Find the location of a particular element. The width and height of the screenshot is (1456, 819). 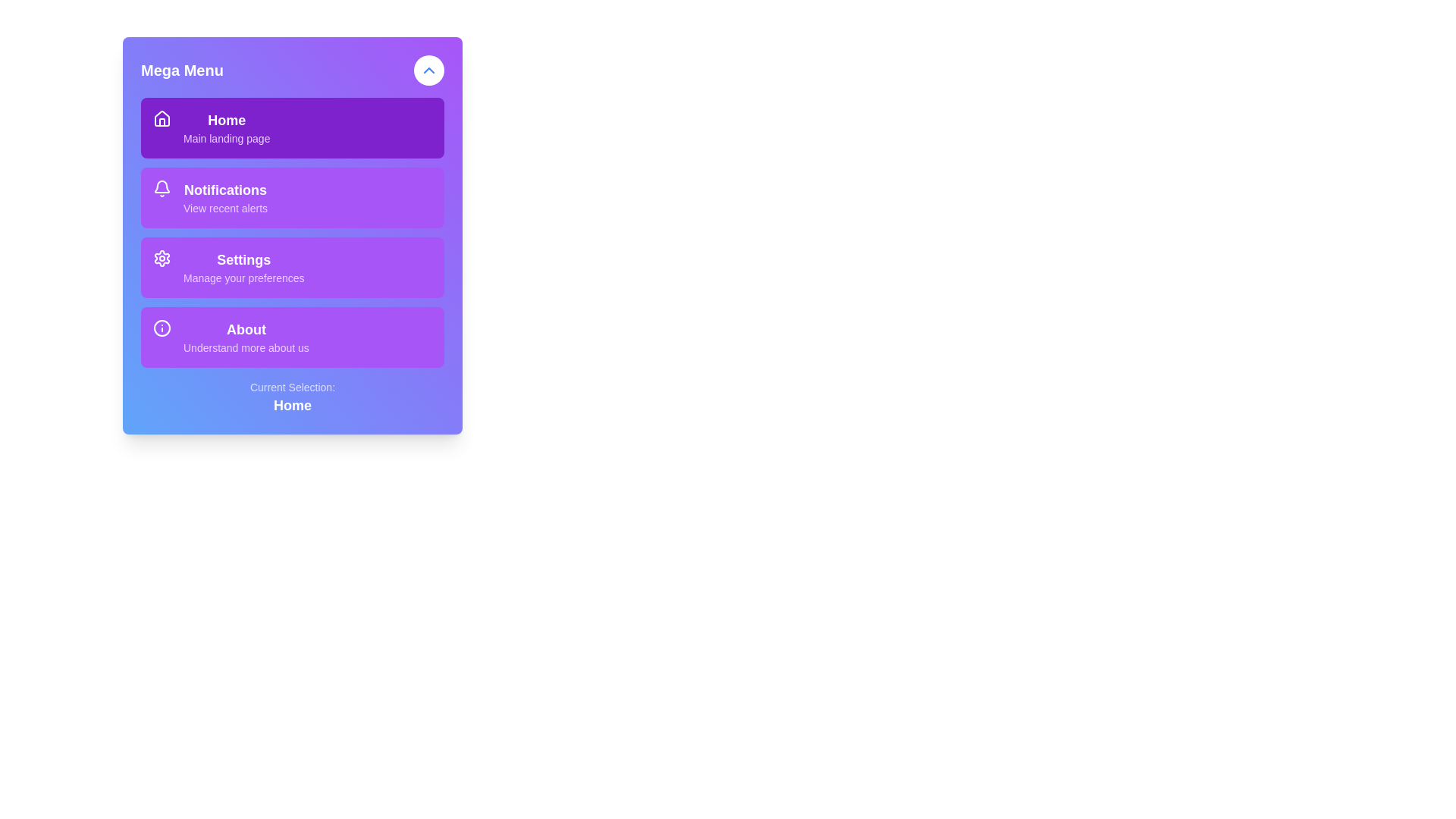

the 'Home' icon located in the left segment of the first menu option, which is represented by a house symbol, in its context within the menu interface is located at coordinates (162, 117).